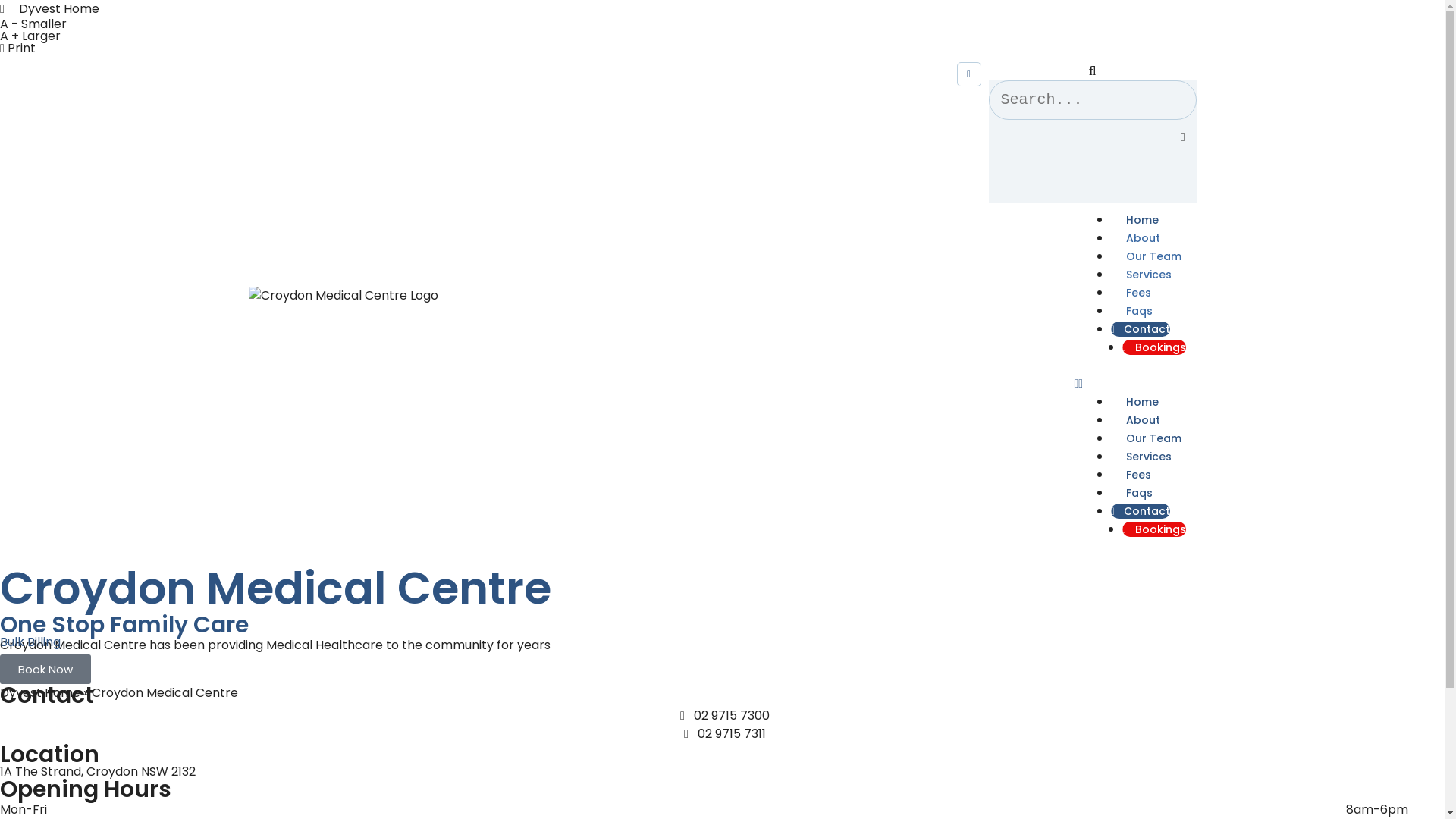 This screenshot has width=1456, height=819. What do you see at coordinates (1147, 458) in the screenshot?
I see `'Services'` at bounding box center [1147, 458].